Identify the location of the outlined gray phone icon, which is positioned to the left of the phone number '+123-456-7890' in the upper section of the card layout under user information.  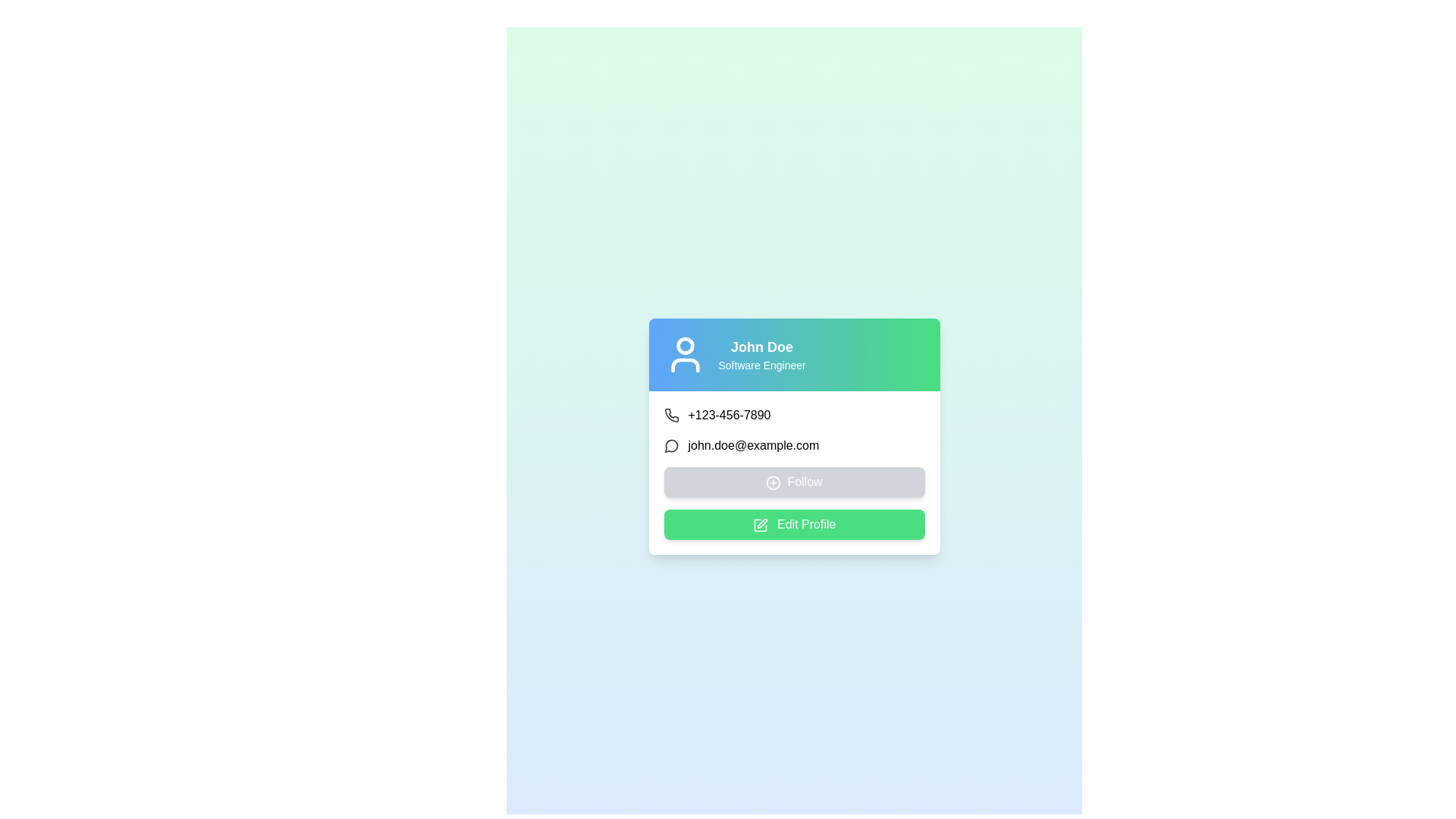
(670, 415).